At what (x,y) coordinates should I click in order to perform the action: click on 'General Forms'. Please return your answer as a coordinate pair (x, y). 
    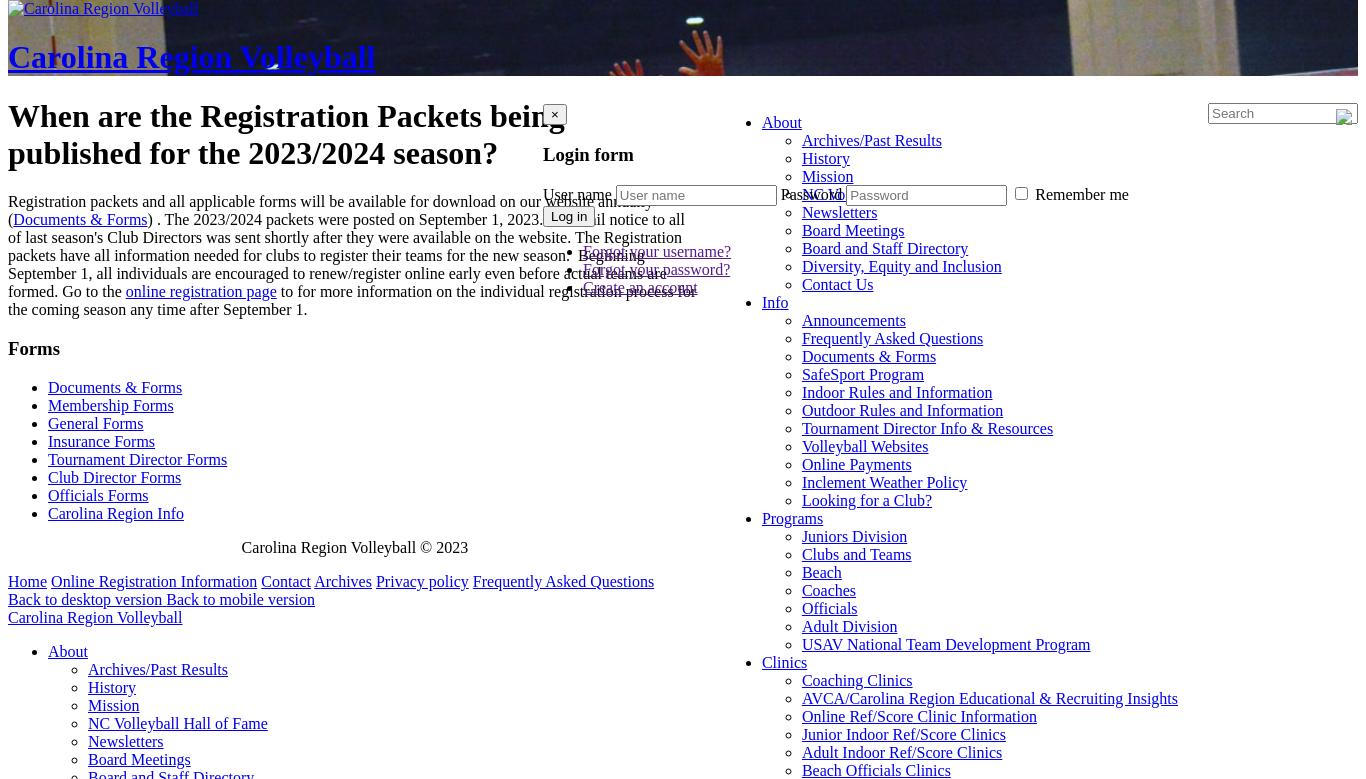
    Looking at the image, I should click on (95, 421).